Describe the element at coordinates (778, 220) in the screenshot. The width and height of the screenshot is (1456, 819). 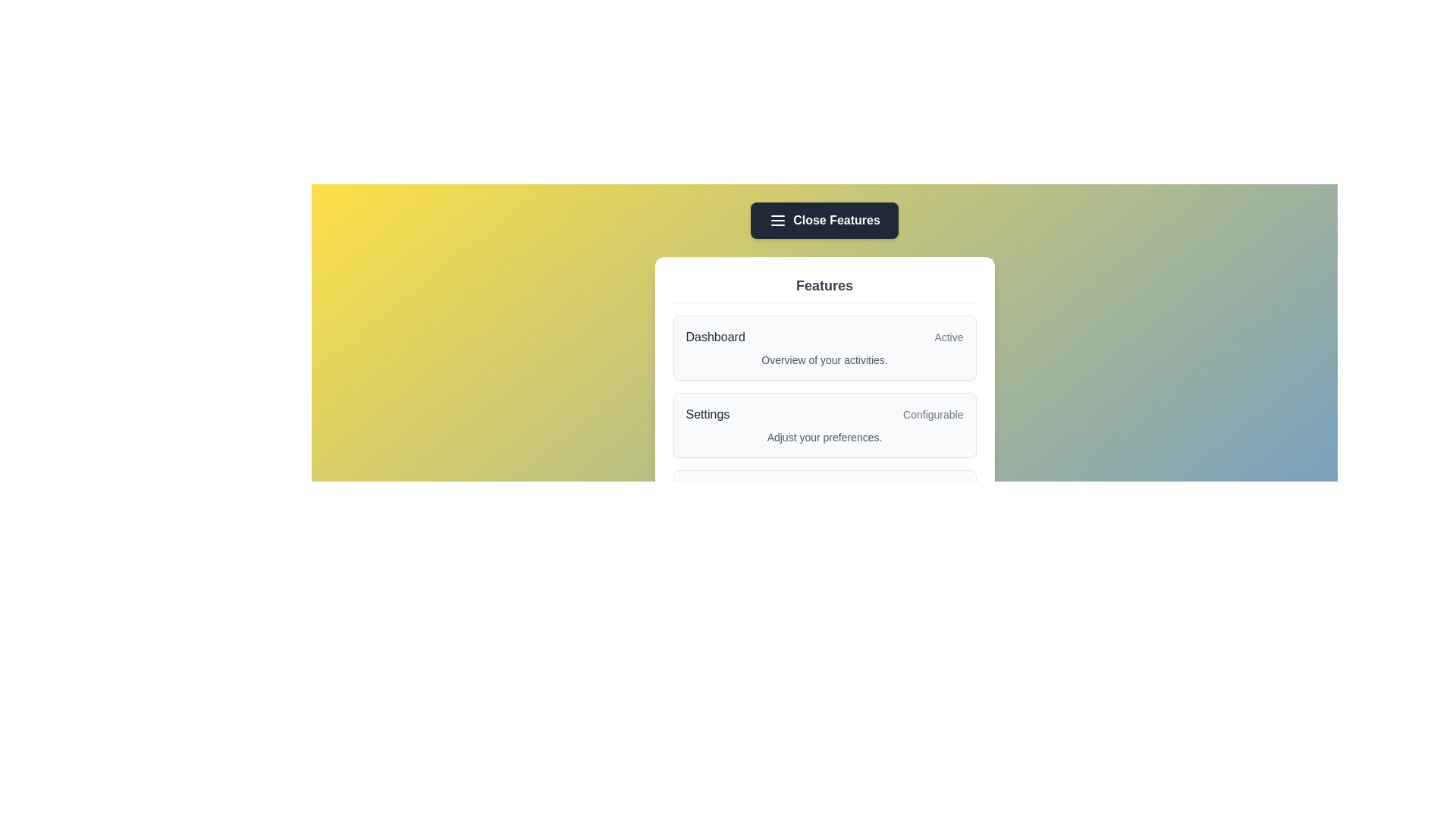
I see `the menu icon located left of the 'Close Features' text within a dark rectangular button at the top of the interface` at that location.